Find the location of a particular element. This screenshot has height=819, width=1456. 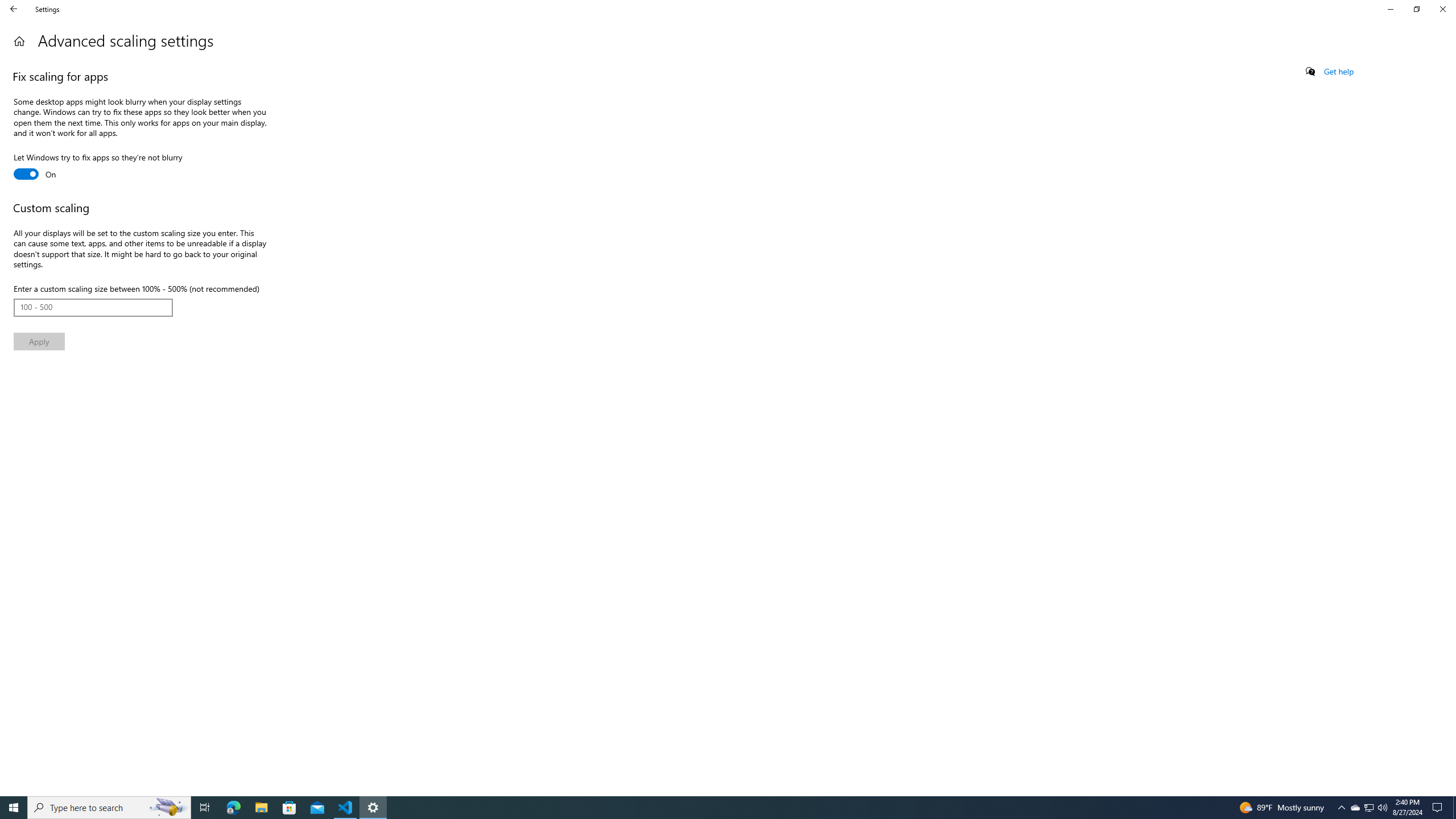

'Restore Settings' is located at coordinates (1416, 9).